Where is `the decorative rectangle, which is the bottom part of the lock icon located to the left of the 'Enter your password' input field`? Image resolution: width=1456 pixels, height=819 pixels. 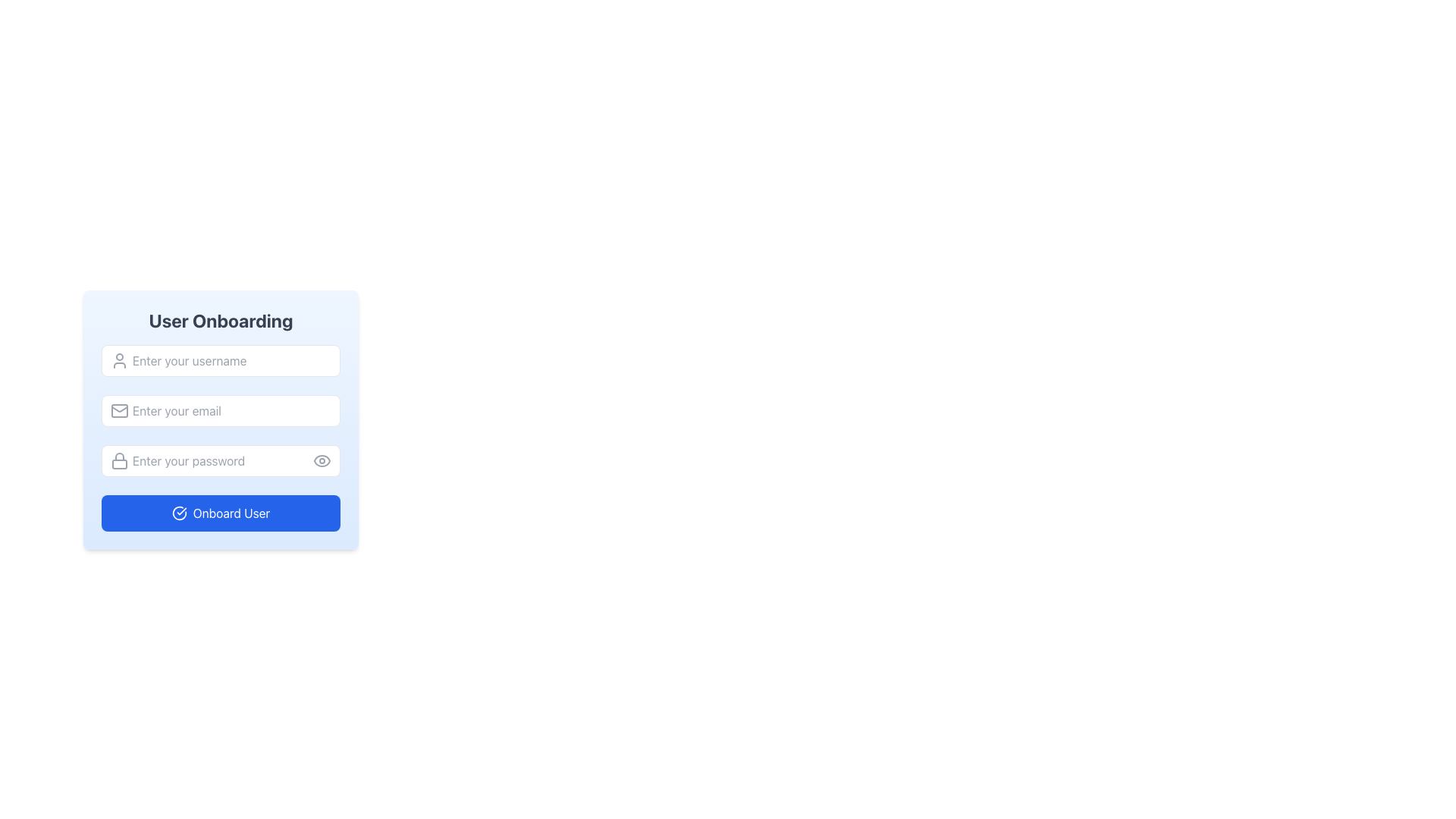 the decorative rectangle, which is the bottom part of the lock icon located to the left of the 'Enter your password' input field is located at coordinates (119, 463).